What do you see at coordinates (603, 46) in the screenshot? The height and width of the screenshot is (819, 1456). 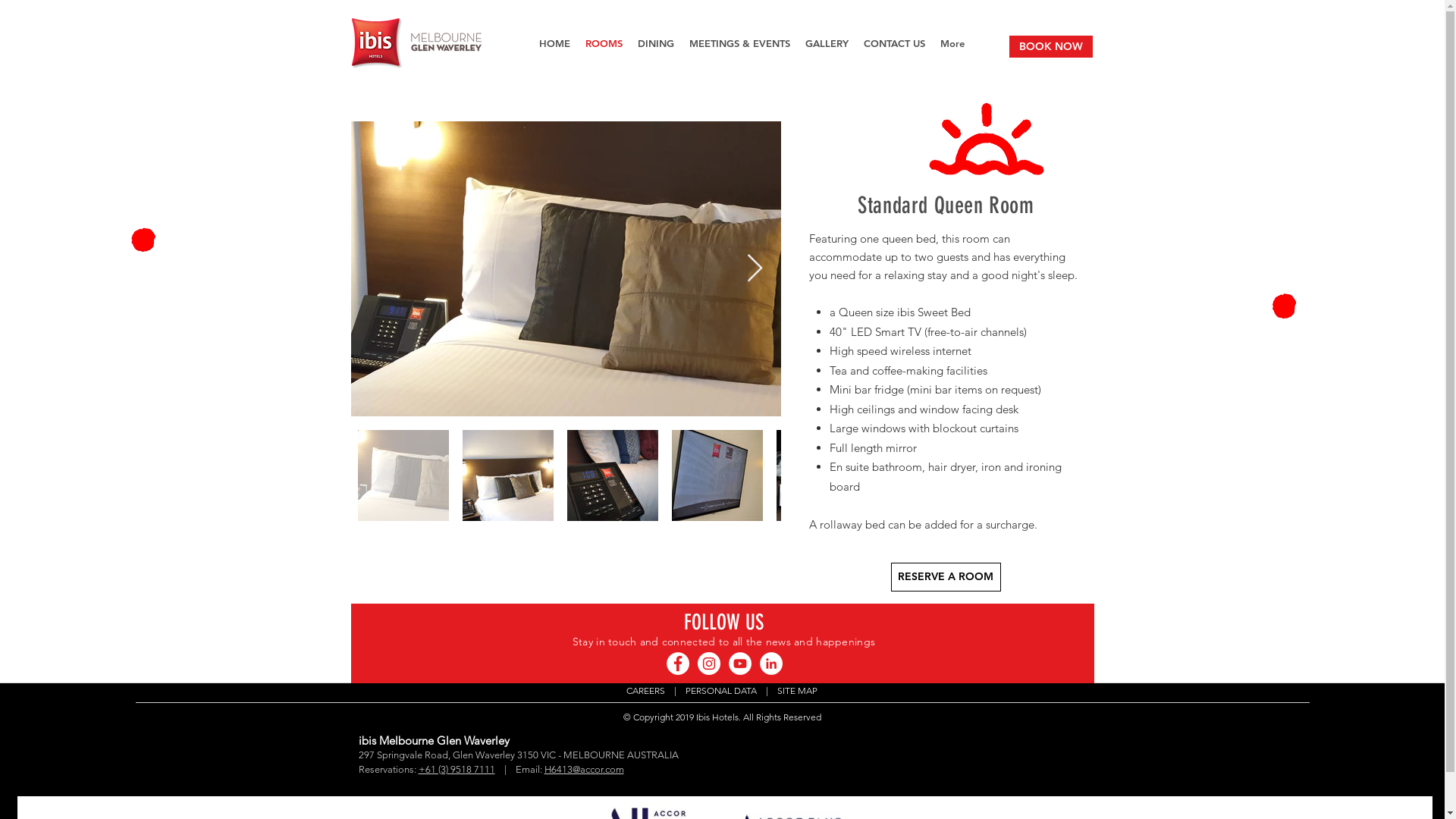 I see `'ROOMS'` at bounding box center [603, 46].